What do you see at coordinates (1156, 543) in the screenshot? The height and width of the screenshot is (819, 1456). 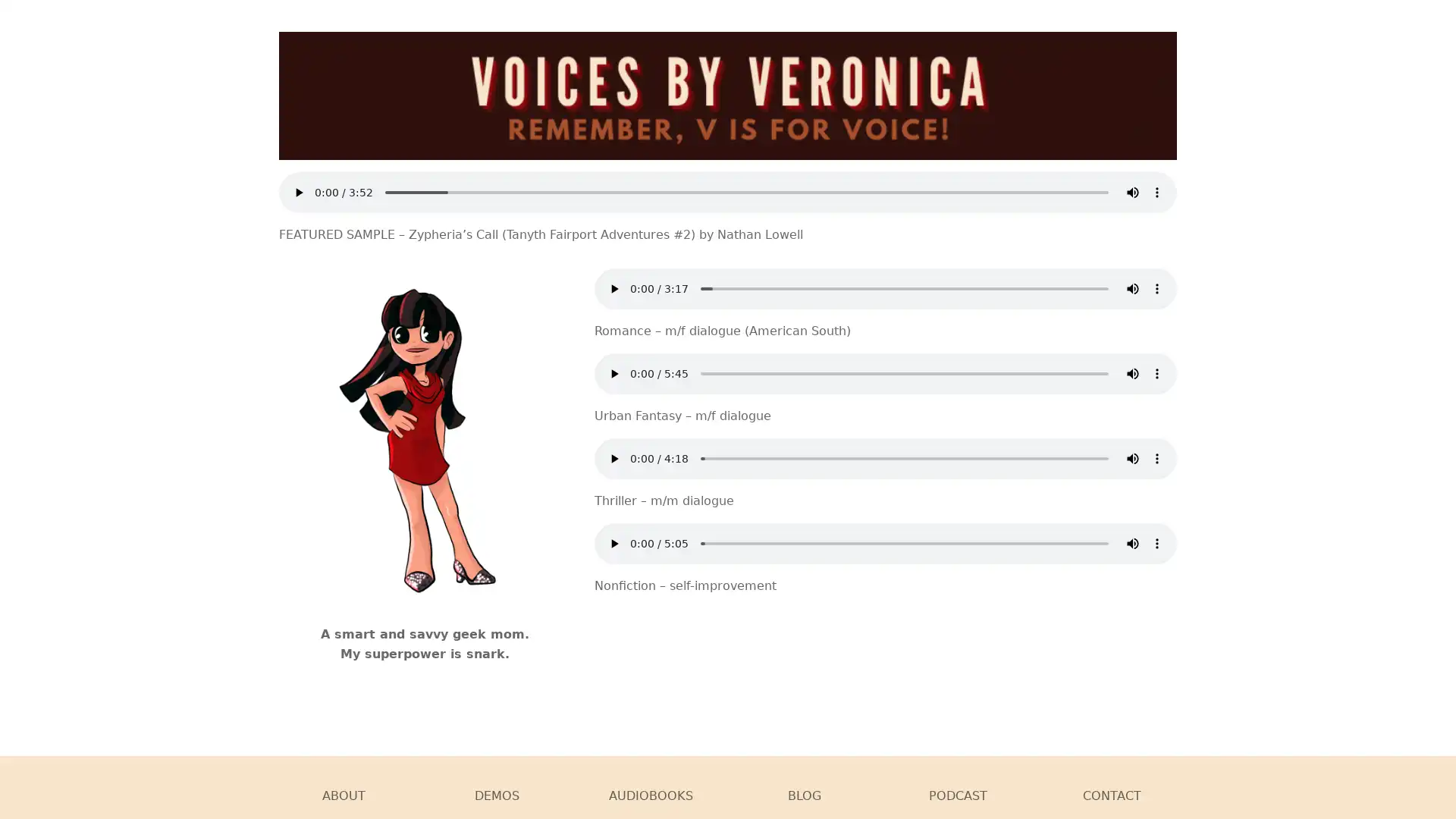 I see `show more media controls` at bounding box center [1156, 543].